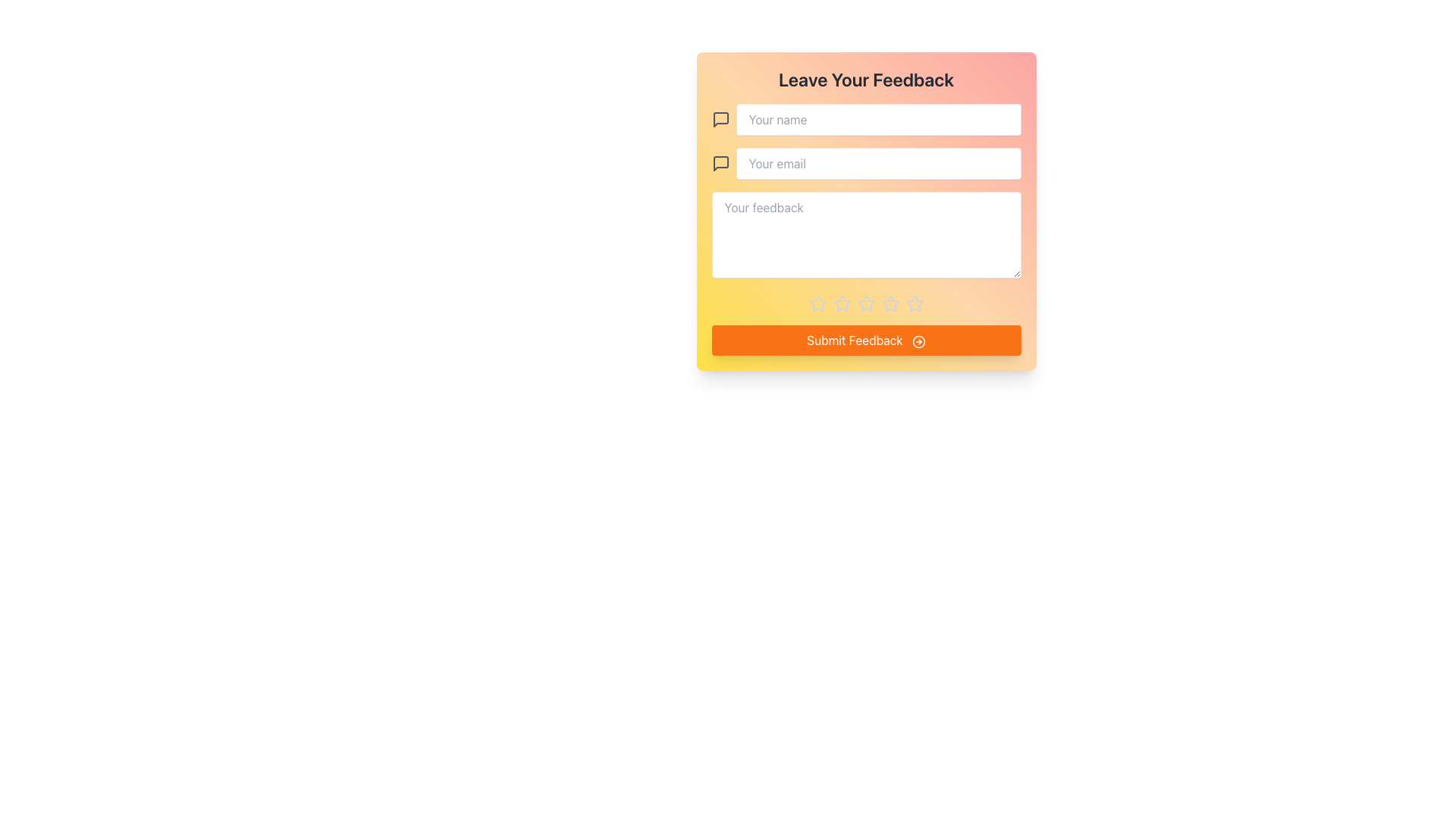  I want to click on the feedback submission button located at the bottom of the 'Leave Your Feedback' form card to observe any styling changes, so click(866, 339).